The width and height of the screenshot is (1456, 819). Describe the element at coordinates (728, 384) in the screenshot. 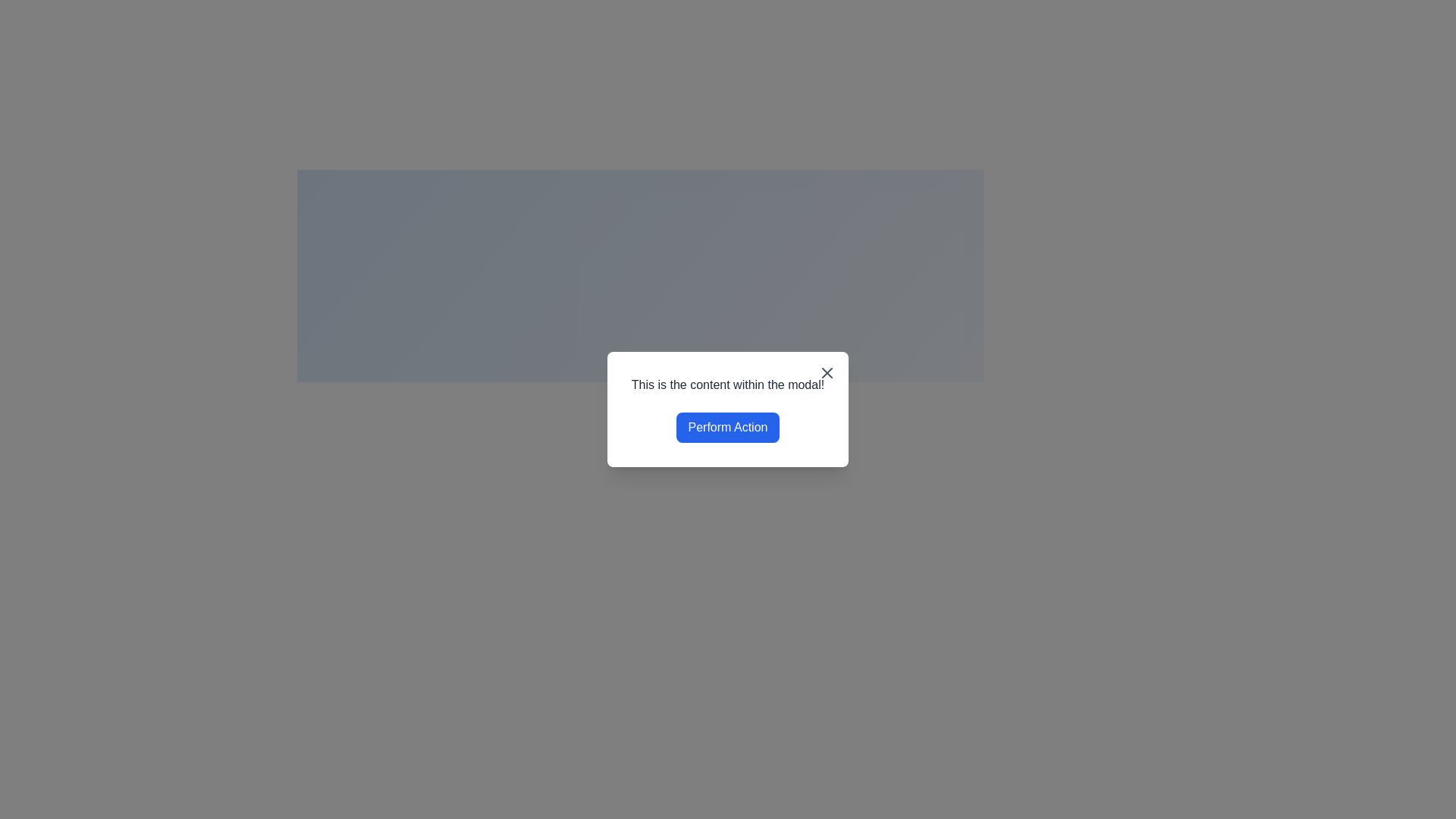

I see `the text block displaying 'This is the content within the modal!' located in the modal dialog box, which is horizontally centered and near the top of the content area` at that location.